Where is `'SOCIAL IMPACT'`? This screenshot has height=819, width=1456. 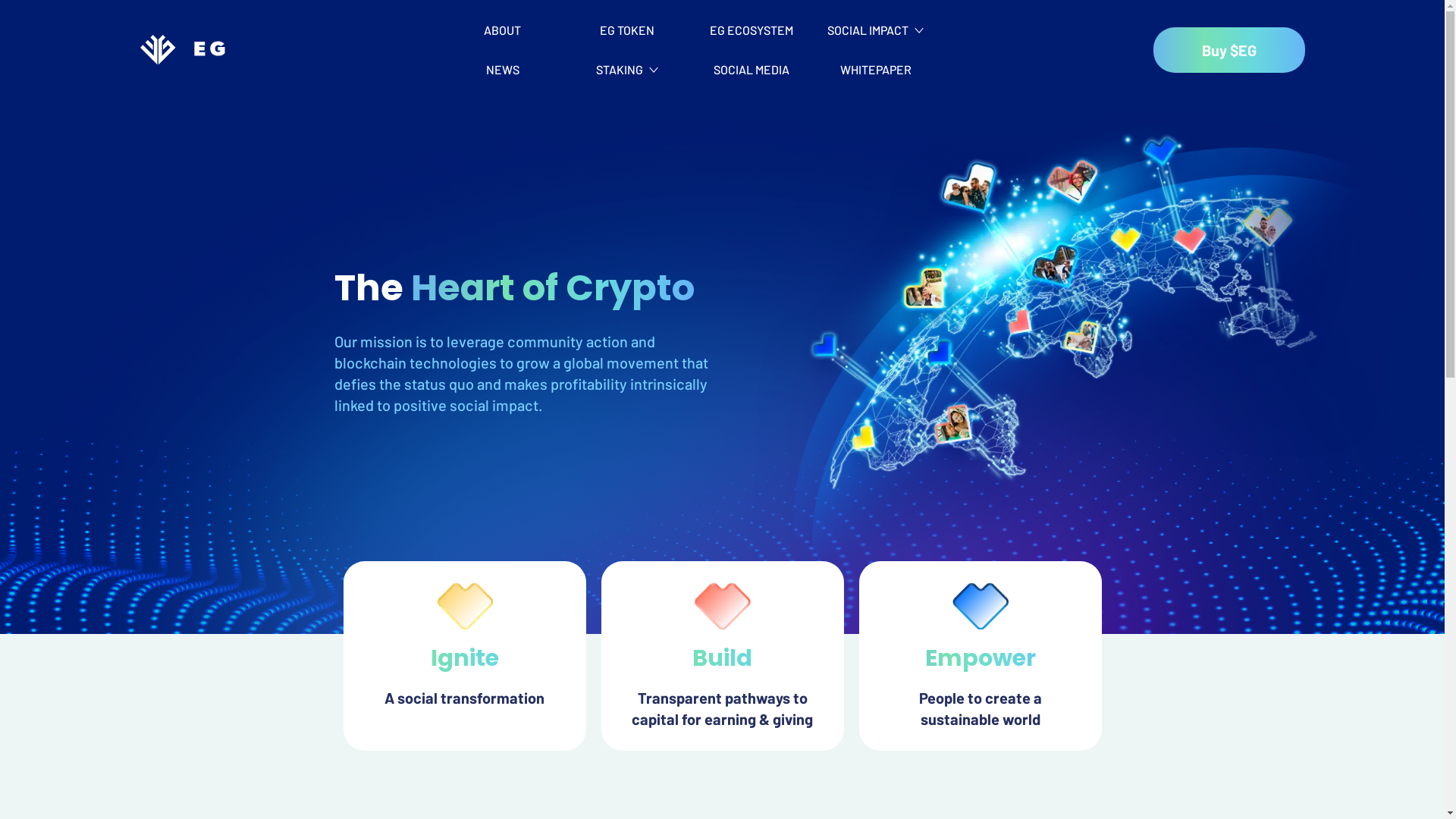 'SOCIAL IMPACT' is located at coordinates (874, 30).